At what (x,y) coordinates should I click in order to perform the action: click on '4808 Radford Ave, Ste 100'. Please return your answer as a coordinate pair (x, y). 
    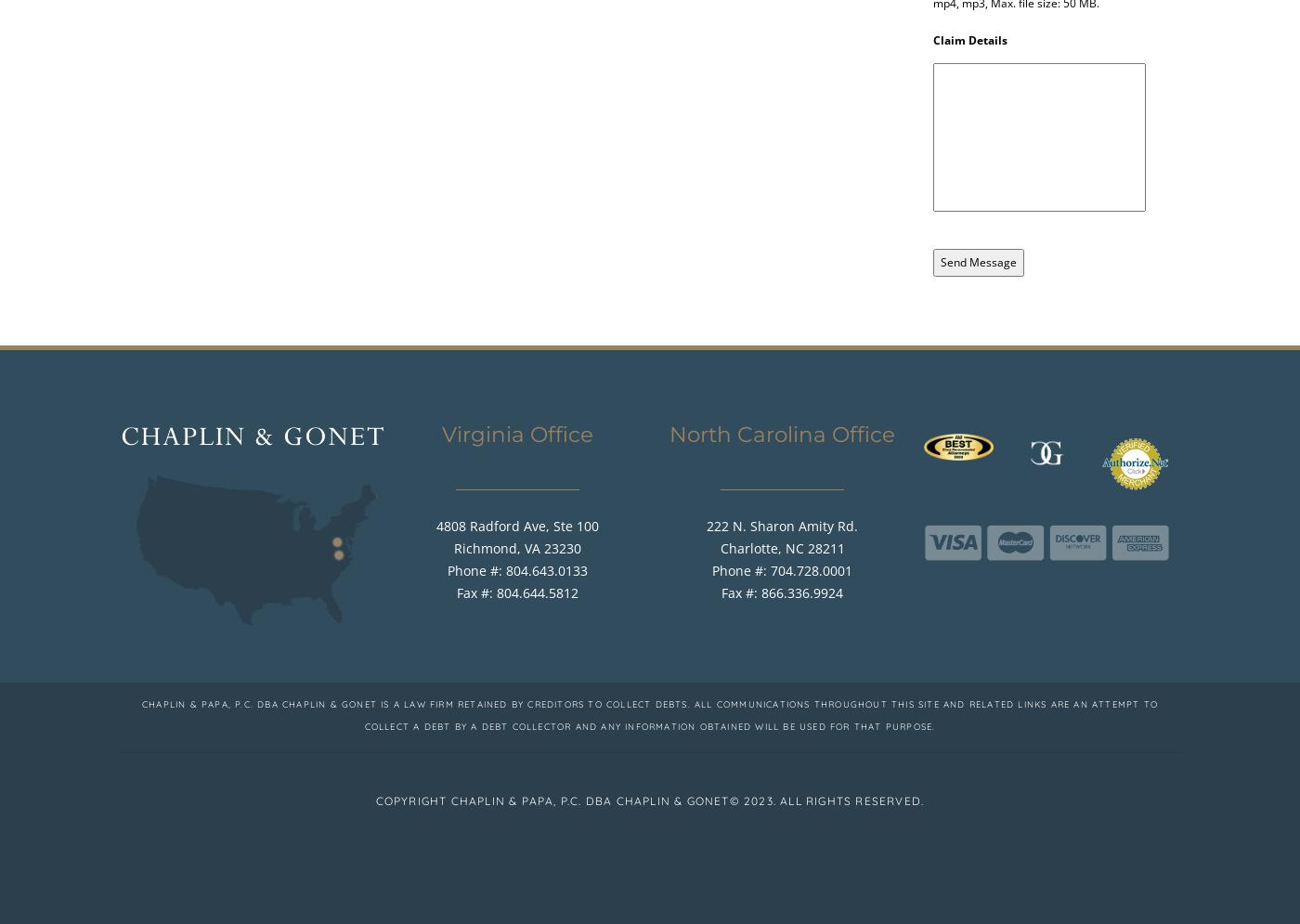
    Looking at the image, I should click on (517, 525).